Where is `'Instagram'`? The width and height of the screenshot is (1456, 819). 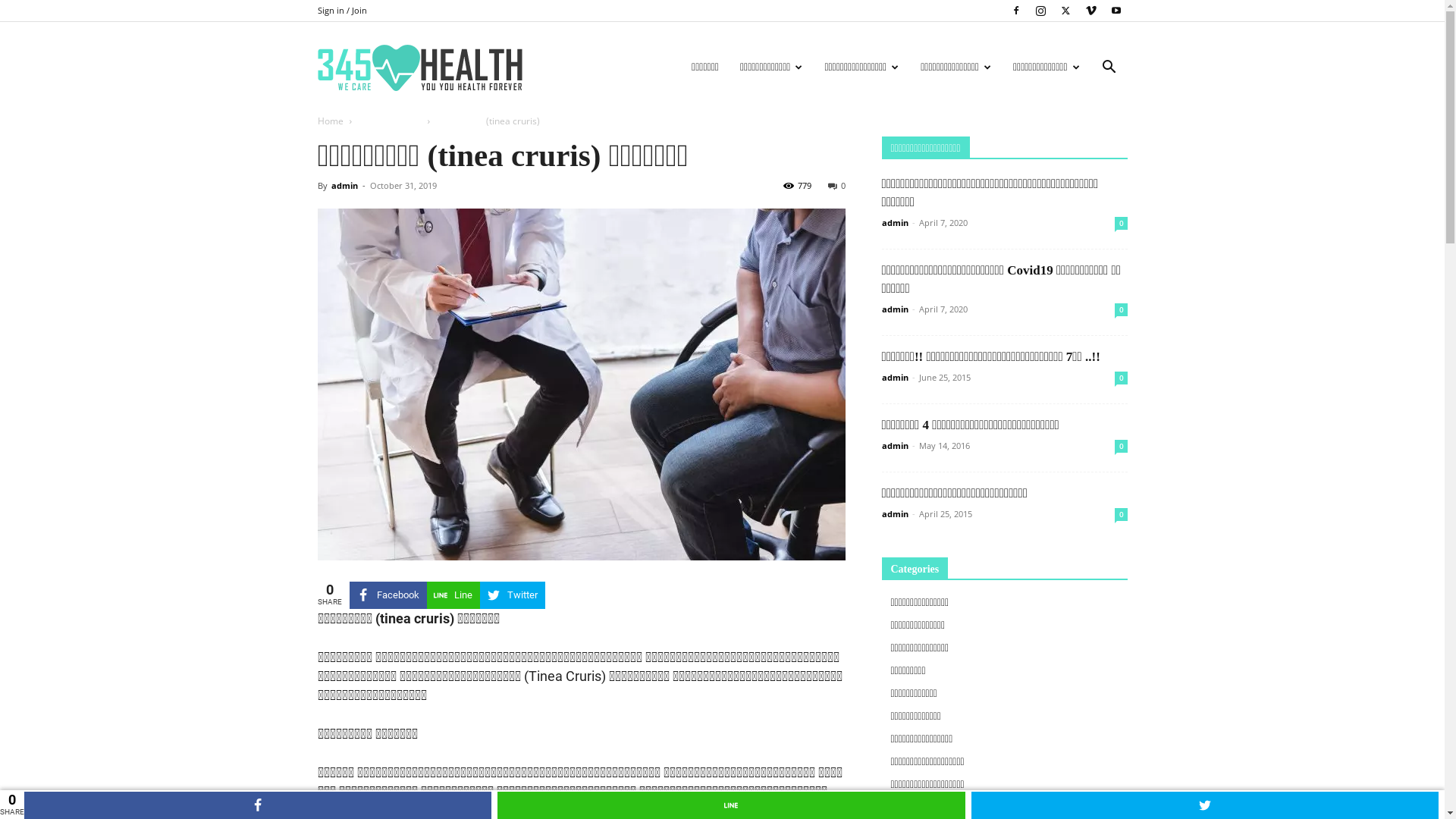 'Instagram' is located at coordinates (1040, 11).